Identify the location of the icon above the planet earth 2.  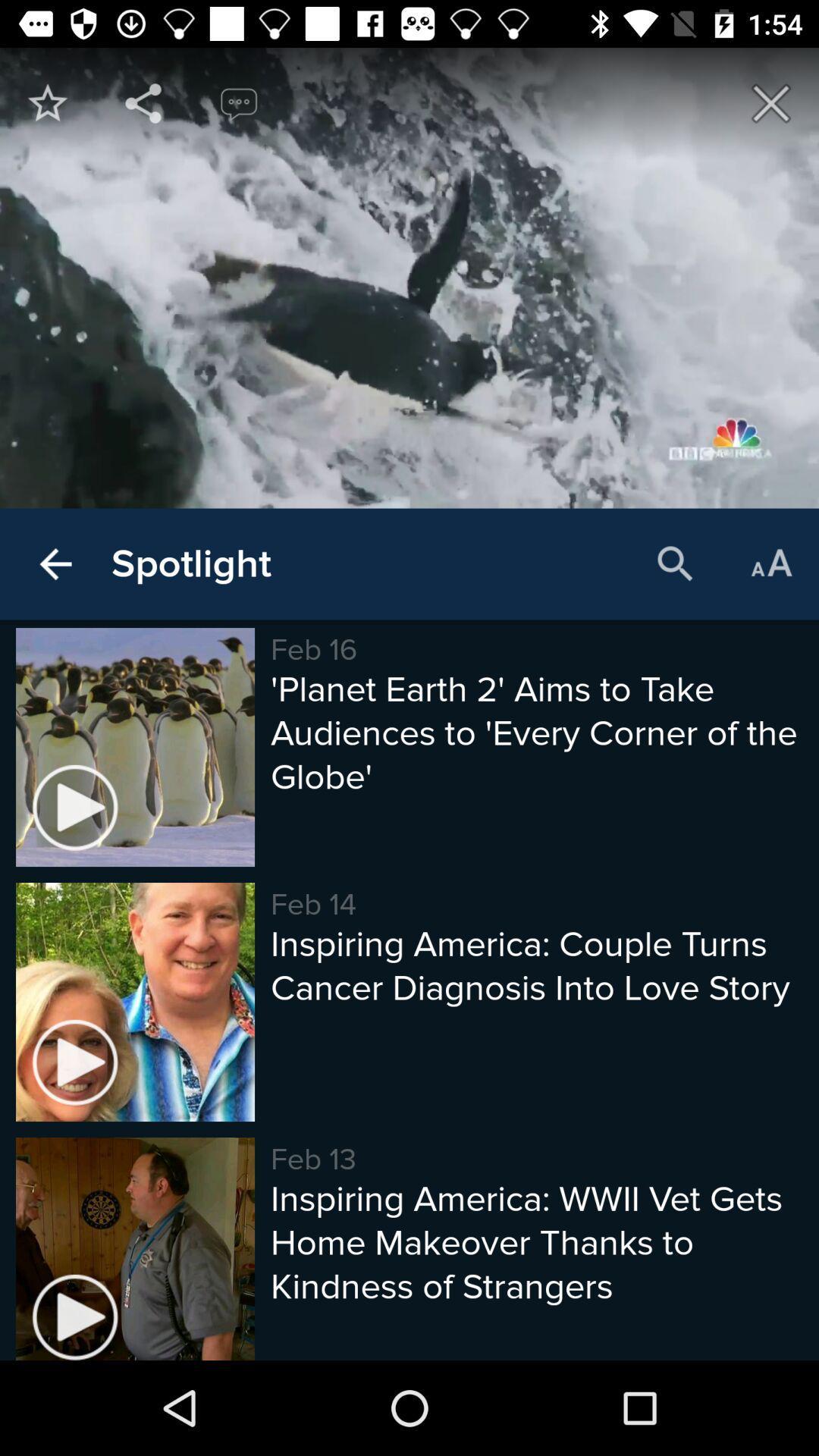
(771, 563).